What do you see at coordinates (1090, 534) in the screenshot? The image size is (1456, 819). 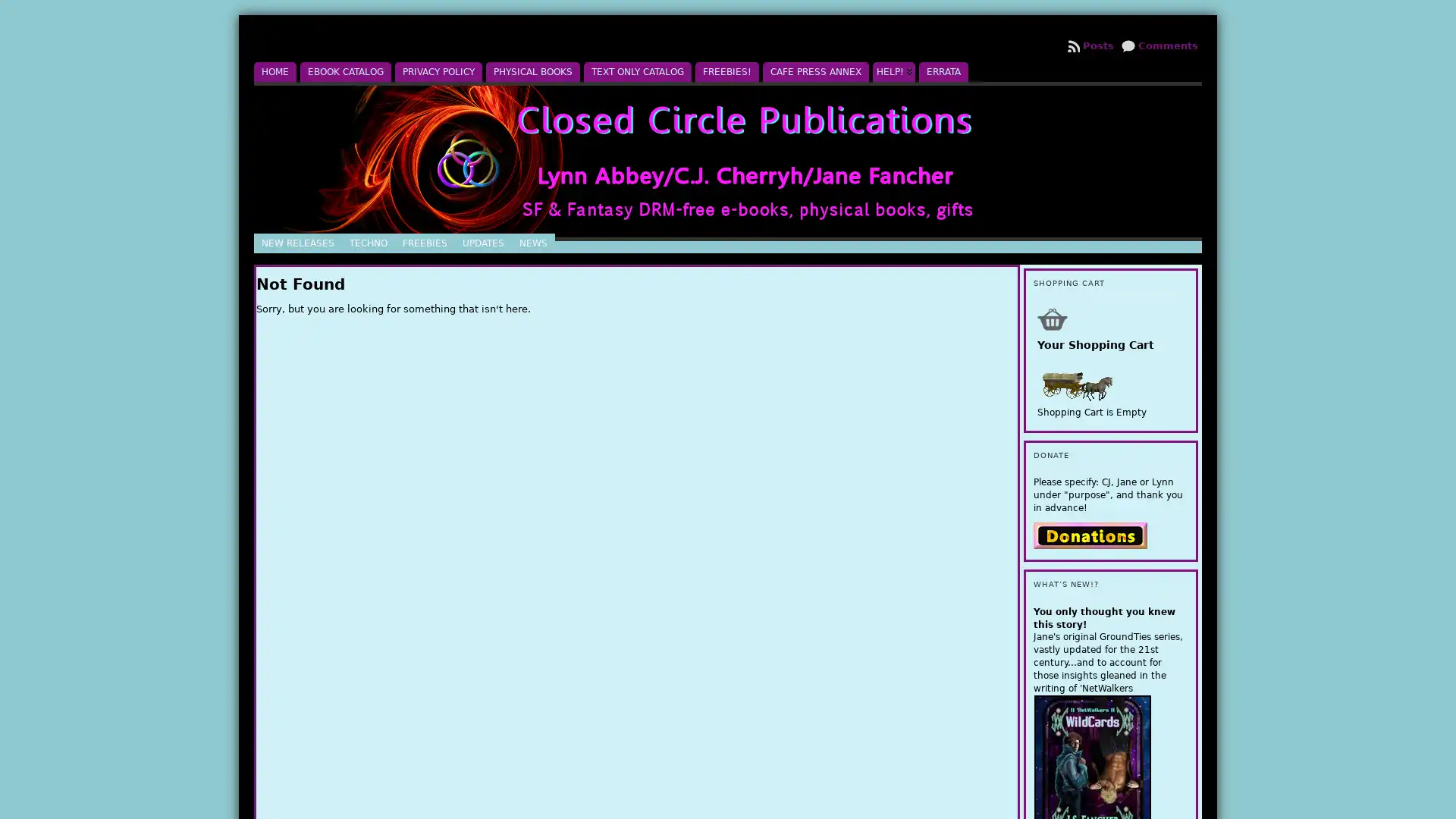 I see `PayPal - The safer, easier way to pay online.` at bounding box center [1090, 534].